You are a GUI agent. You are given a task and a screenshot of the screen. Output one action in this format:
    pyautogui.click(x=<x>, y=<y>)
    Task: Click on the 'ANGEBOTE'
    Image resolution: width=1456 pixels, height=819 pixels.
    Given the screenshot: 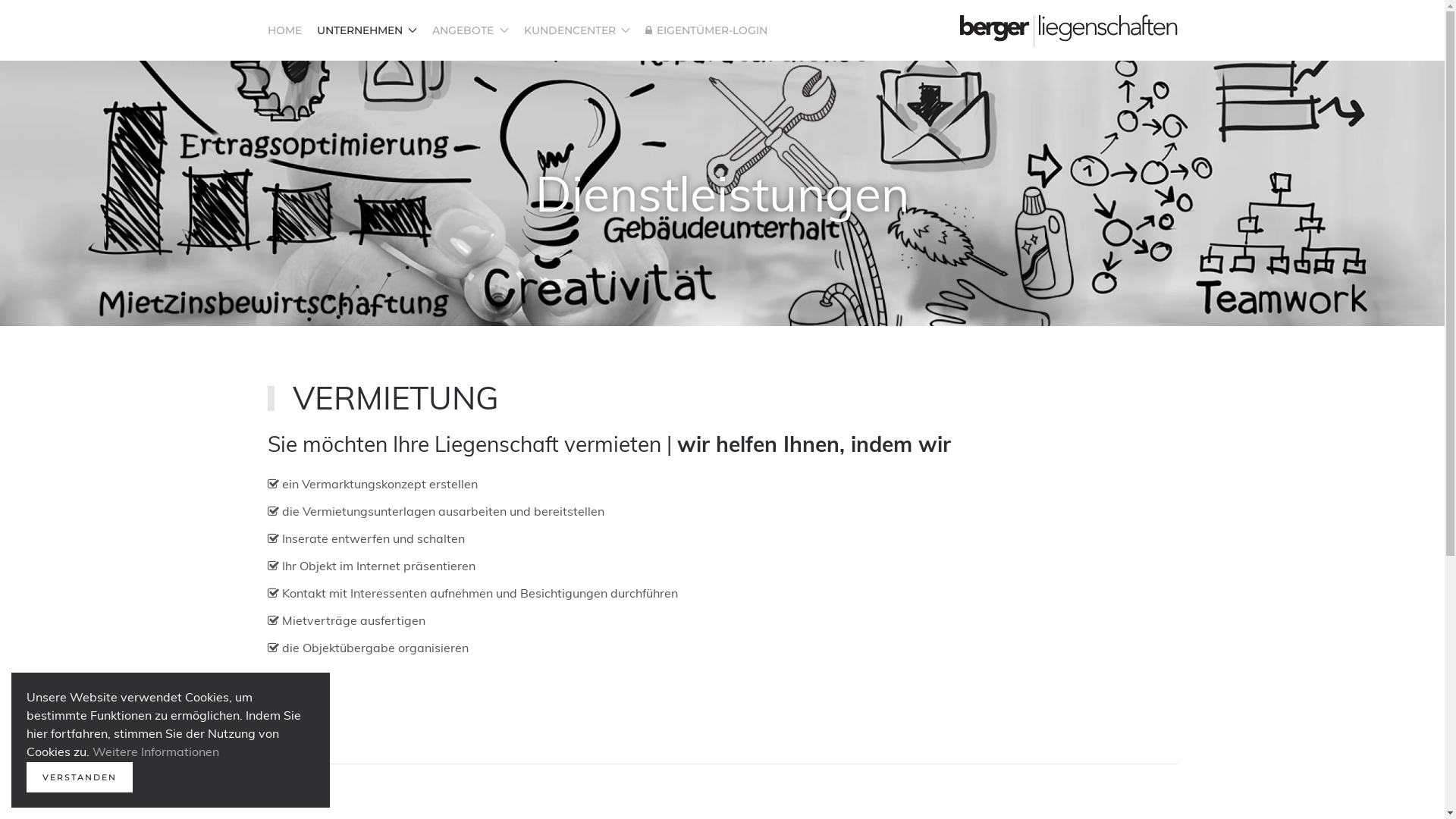 What is the action you would take?
    pyautogui.click(x=431, y=30)
    